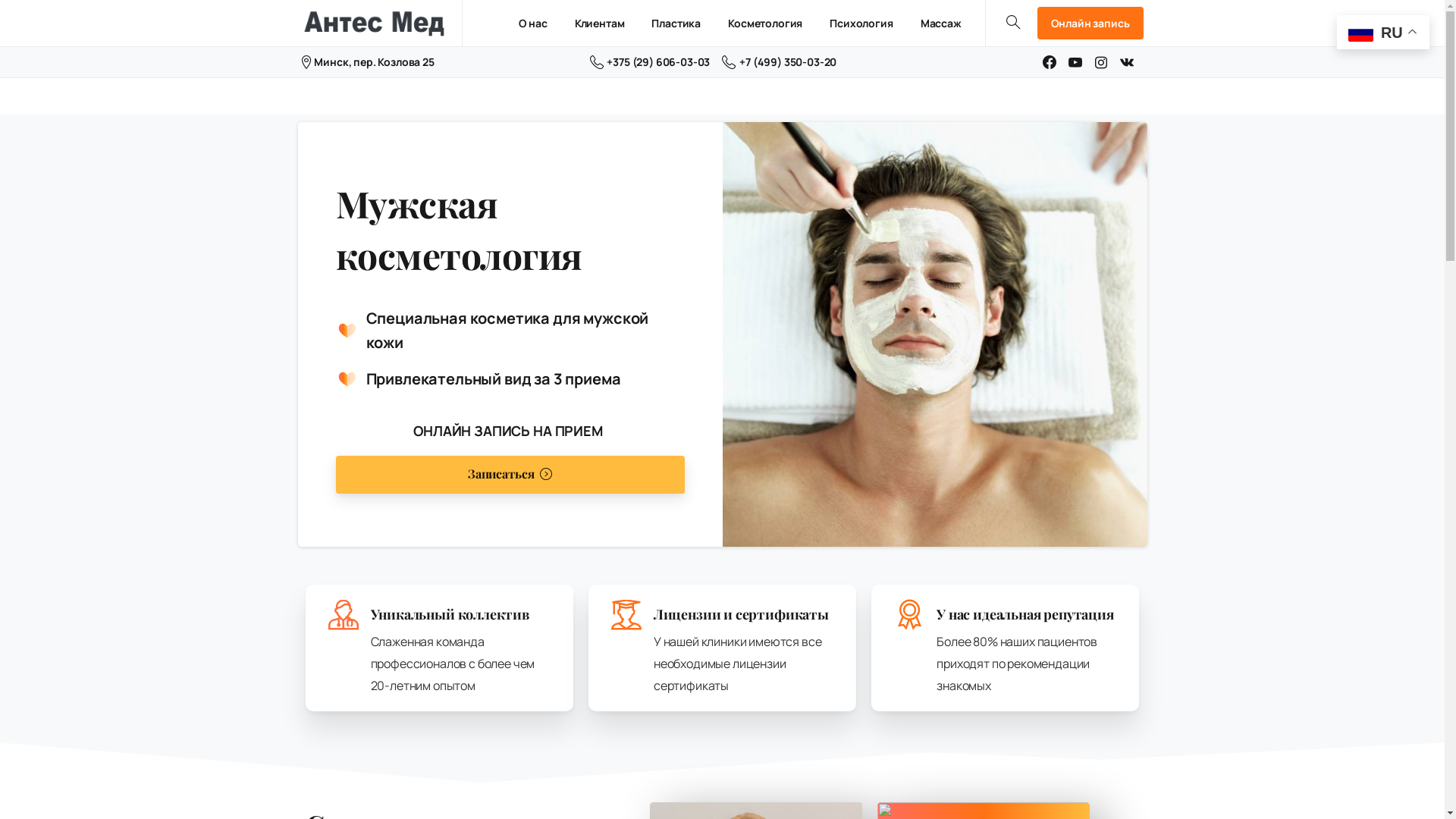  Describe the element at coordinates (650, 61) in the screenshot. I see `'+375 (29) 606-03-03'` at that location.